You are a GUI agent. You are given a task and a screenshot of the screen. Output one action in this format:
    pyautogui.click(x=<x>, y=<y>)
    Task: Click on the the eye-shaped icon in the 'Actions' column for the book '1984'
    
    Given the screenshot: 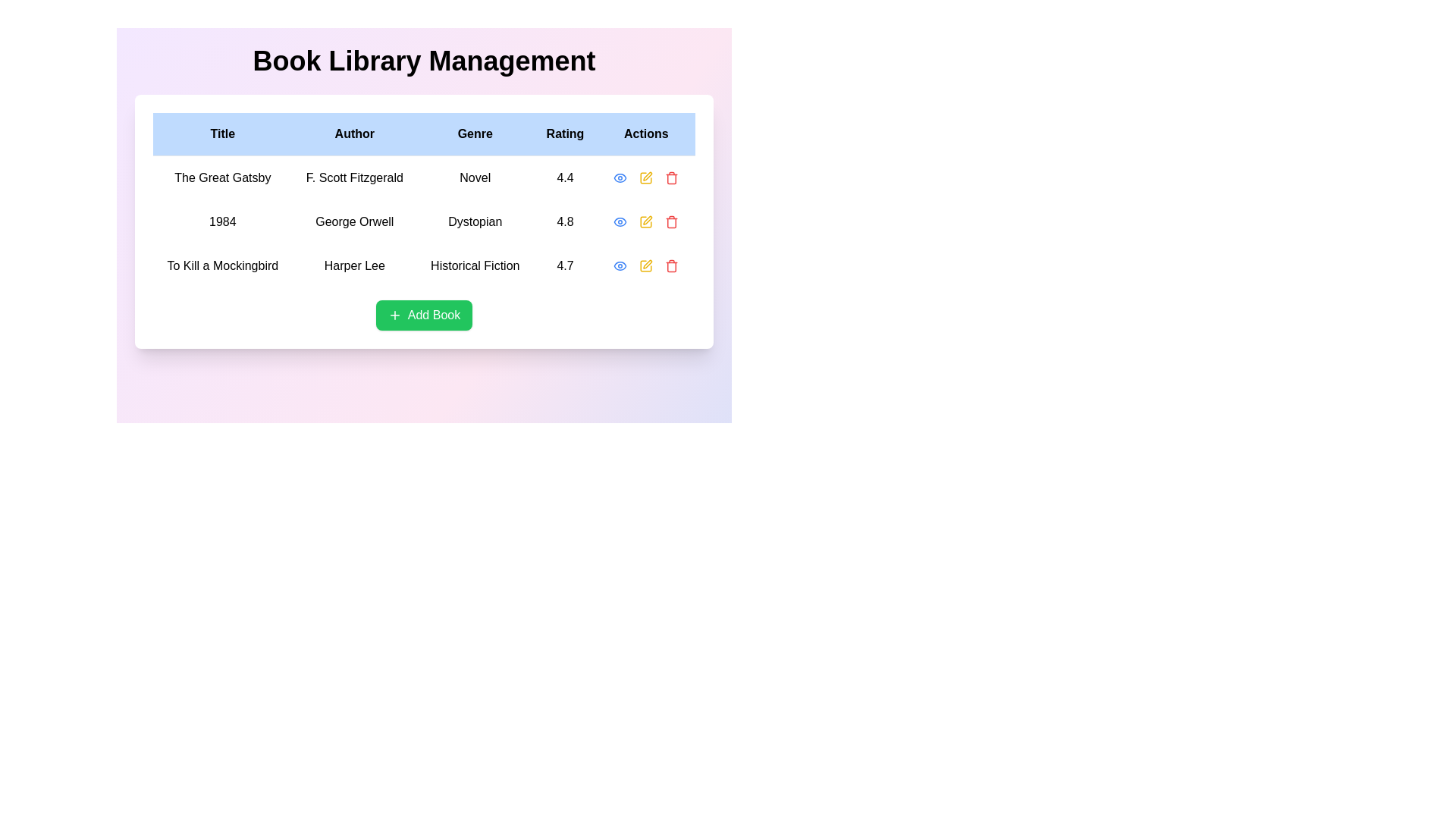 What is the action you would take?
    pyautogui.click(x=620, y=177)
    